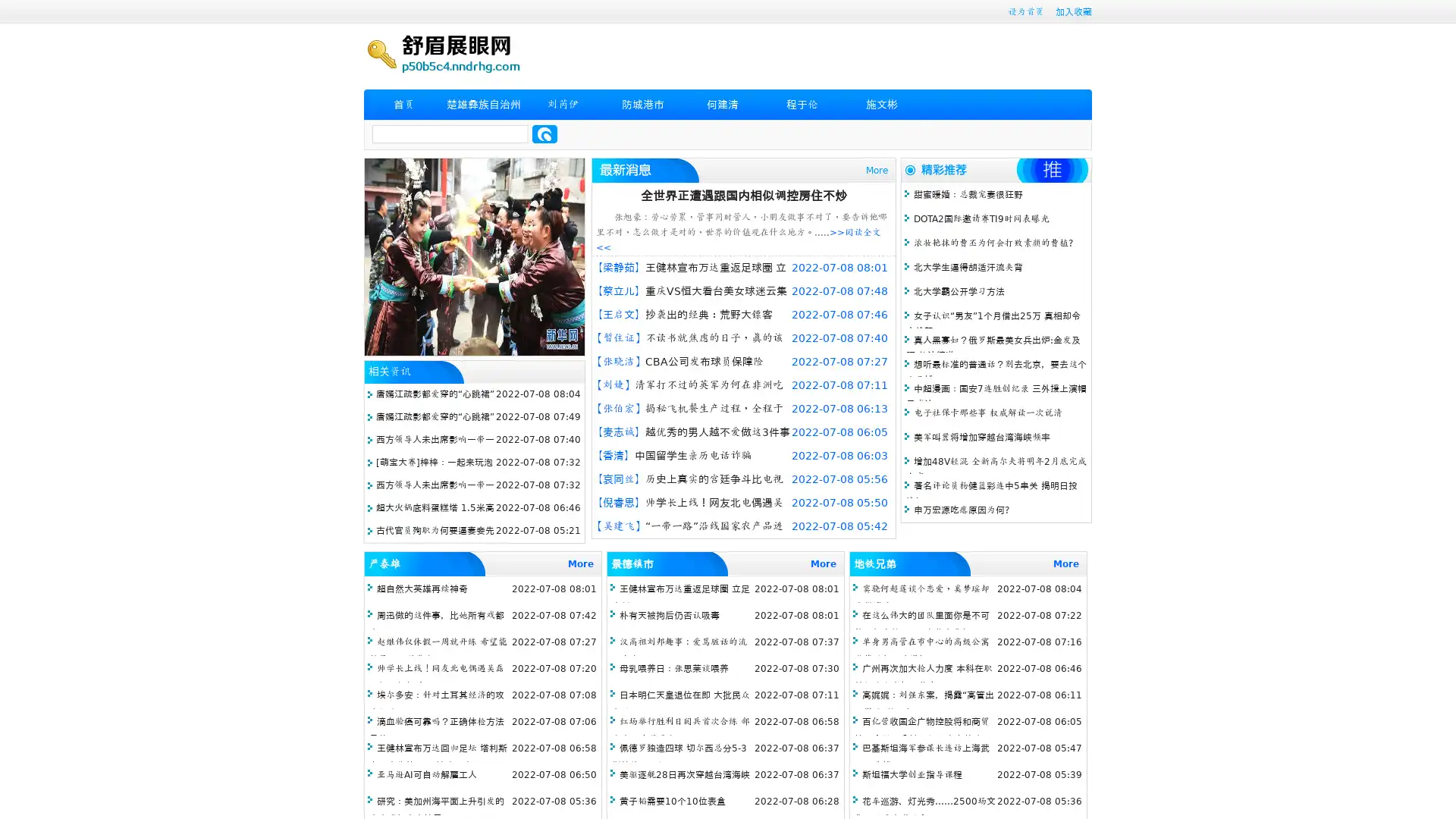 This screenshot has width=1456, height=819. Describe the element at coordinates (544, 133) in the screenshot. I see `Search` at that location.